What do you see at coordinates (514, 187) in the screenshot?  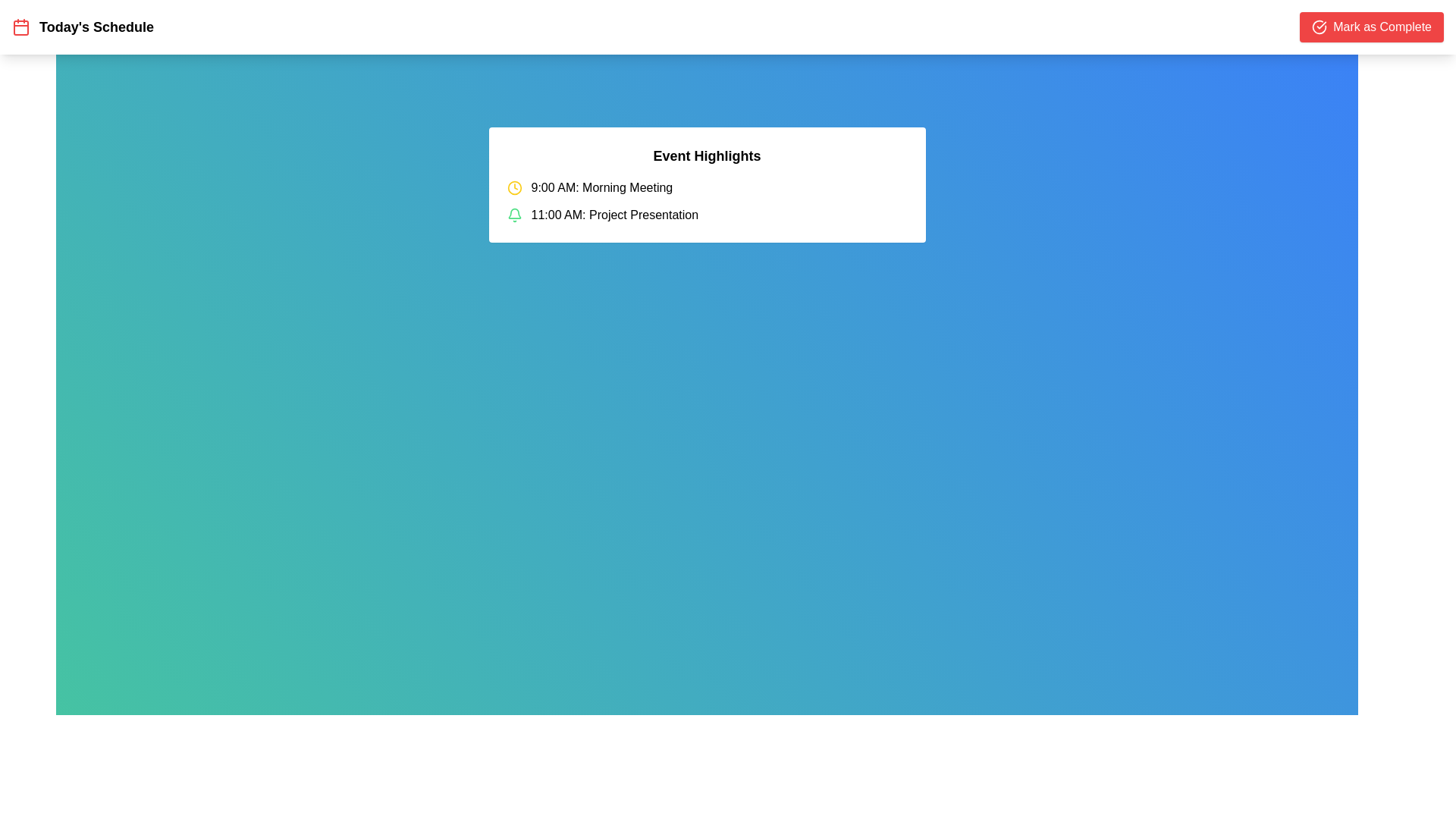 I see `the yellow clock icon that represents the '9:00 AM: Morning Meeting' in the 'Event Highlights' card by moving the cursor to its center` at bounding box center [514, 187].